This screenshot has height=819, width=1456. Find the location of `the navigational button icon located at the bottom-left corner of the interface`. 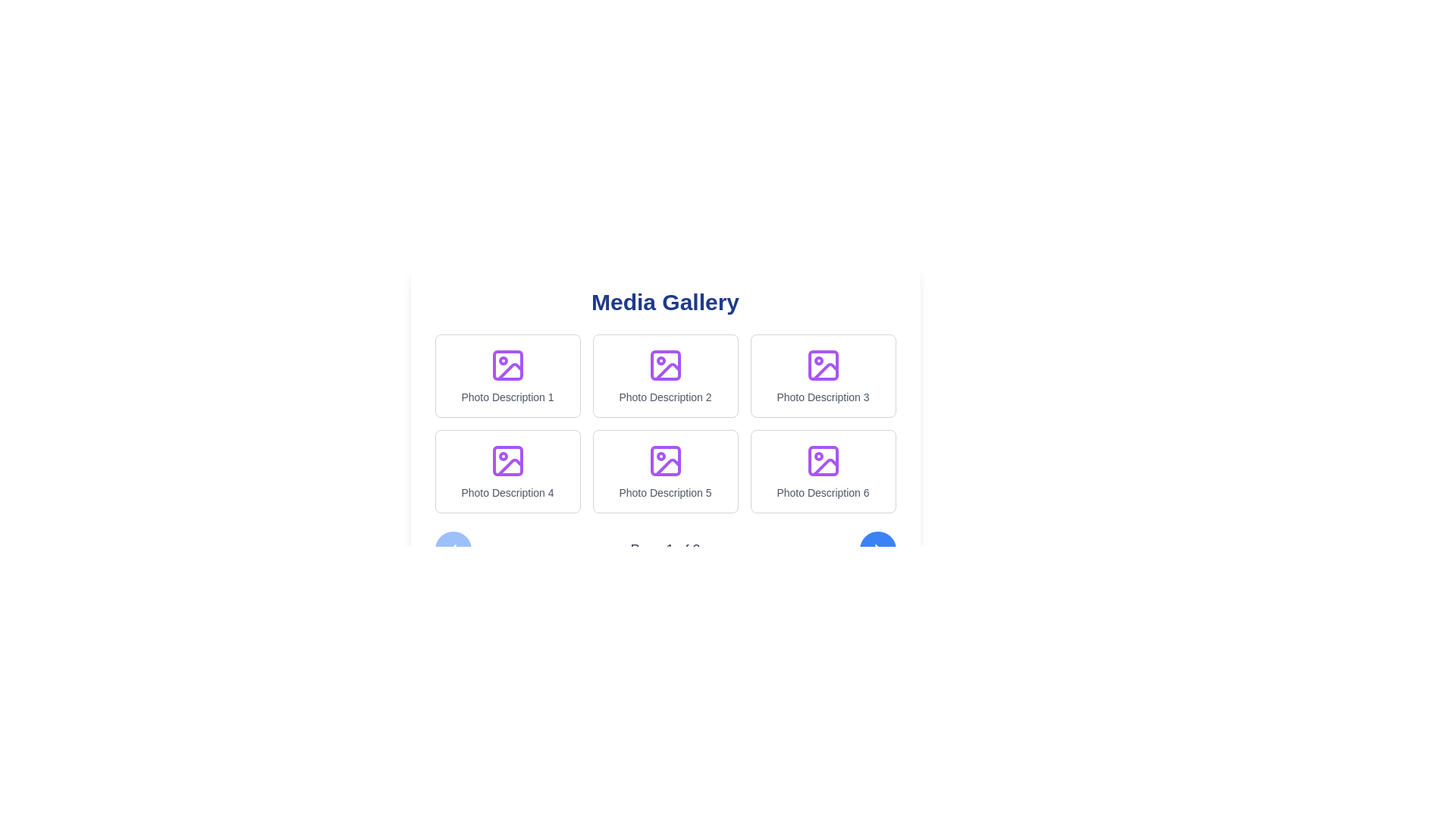

the navigational button icon located at the bottom-left corner of the interface is located at coordinates (452, 550).